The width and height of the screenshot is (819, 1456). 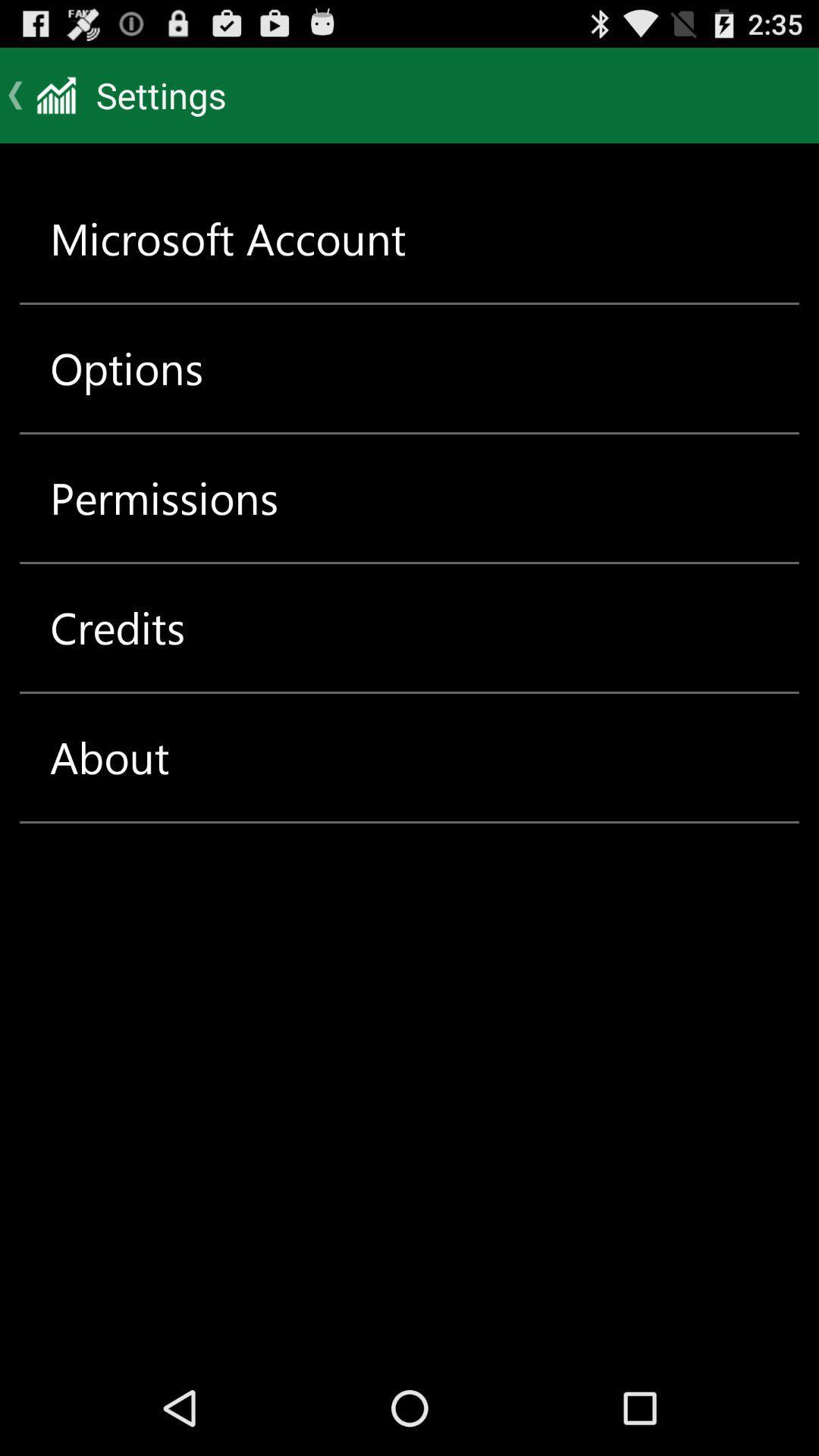 I want to click on item below the permissions item, so click(x=117, y=628).